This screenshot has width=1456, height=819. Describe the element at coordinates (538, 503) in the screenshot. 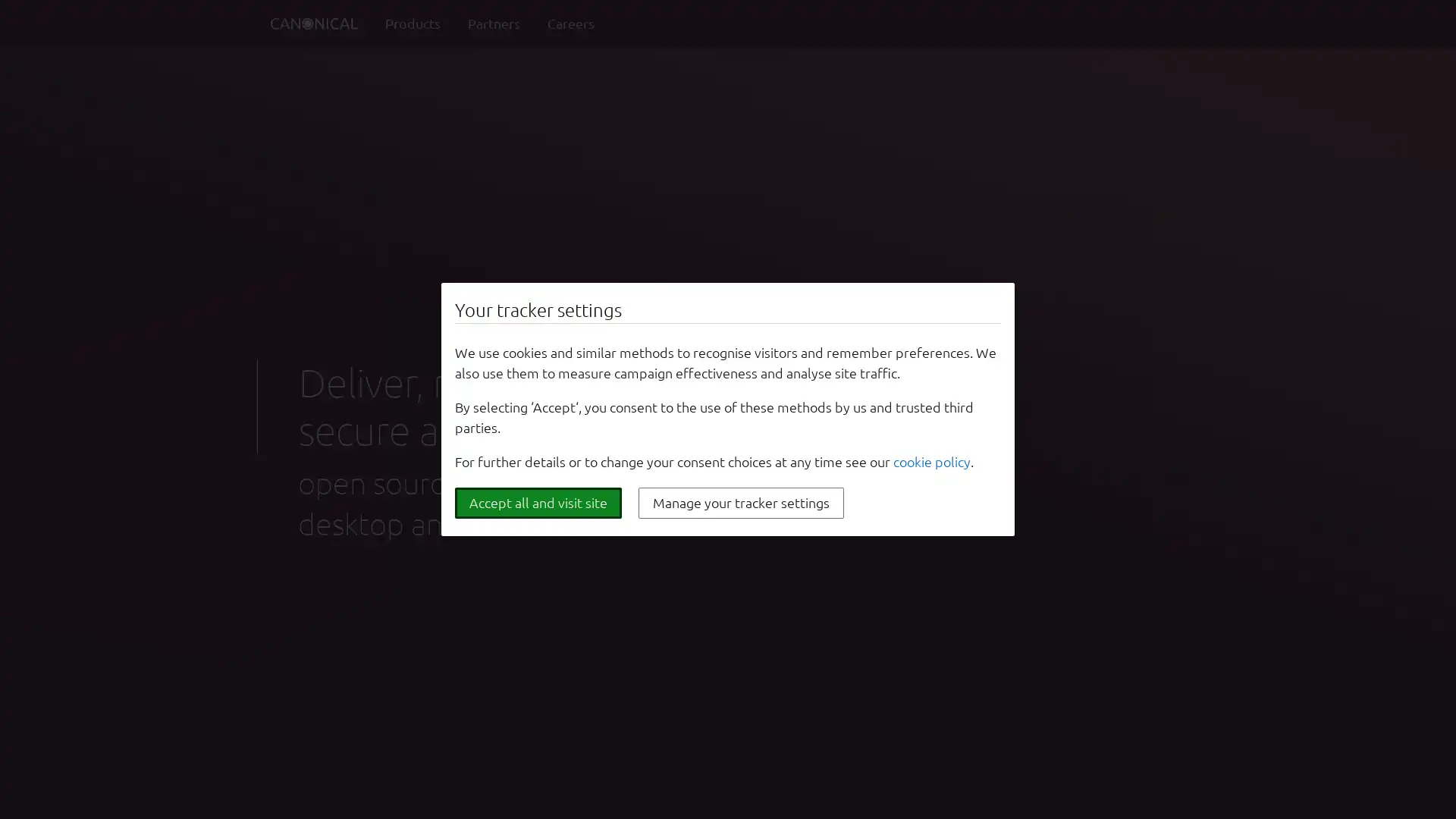

I see `Accept all and visit site` at that location.